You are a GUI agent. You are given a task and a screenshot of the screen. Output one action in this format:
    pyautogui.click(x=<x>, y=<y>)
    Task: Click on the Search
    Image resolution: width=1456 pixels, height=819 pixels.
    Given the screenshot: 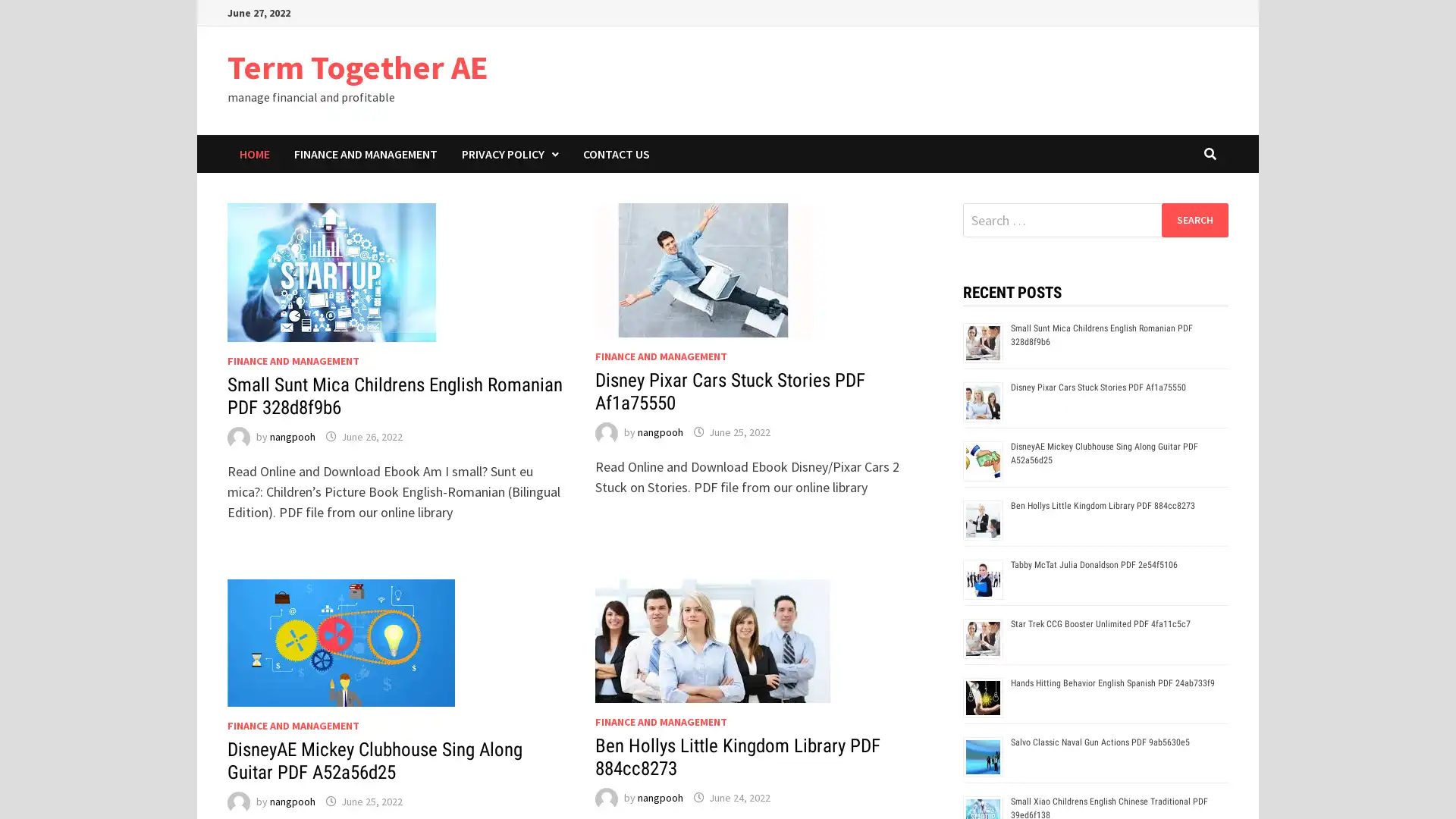 What is the action you would take?
    pyautogui.click(x=1194, y=219)
    